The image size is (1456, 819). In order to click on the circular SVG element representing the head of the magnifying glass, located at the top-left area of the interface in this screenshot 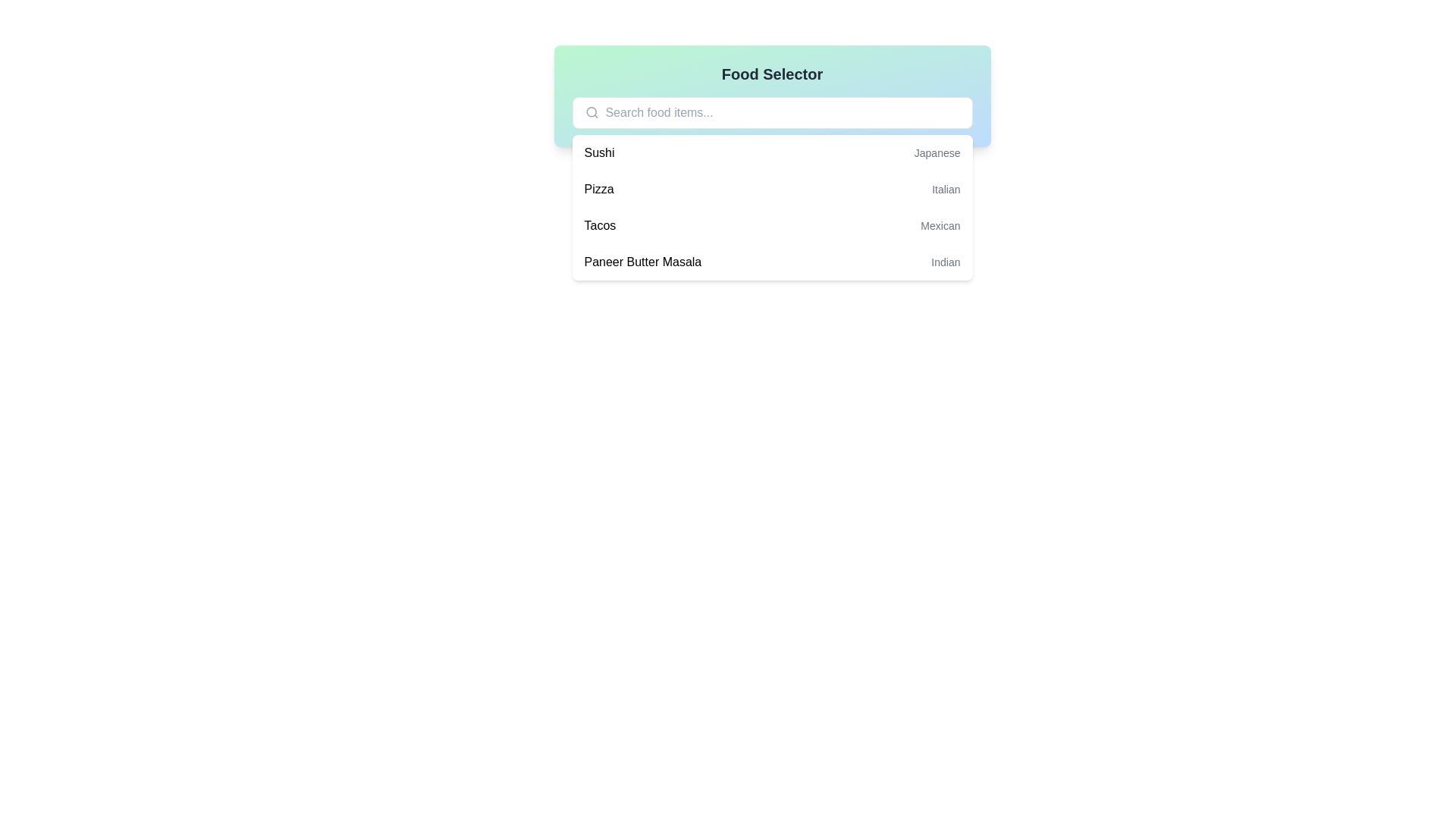, I will do `click(591, 111)`.